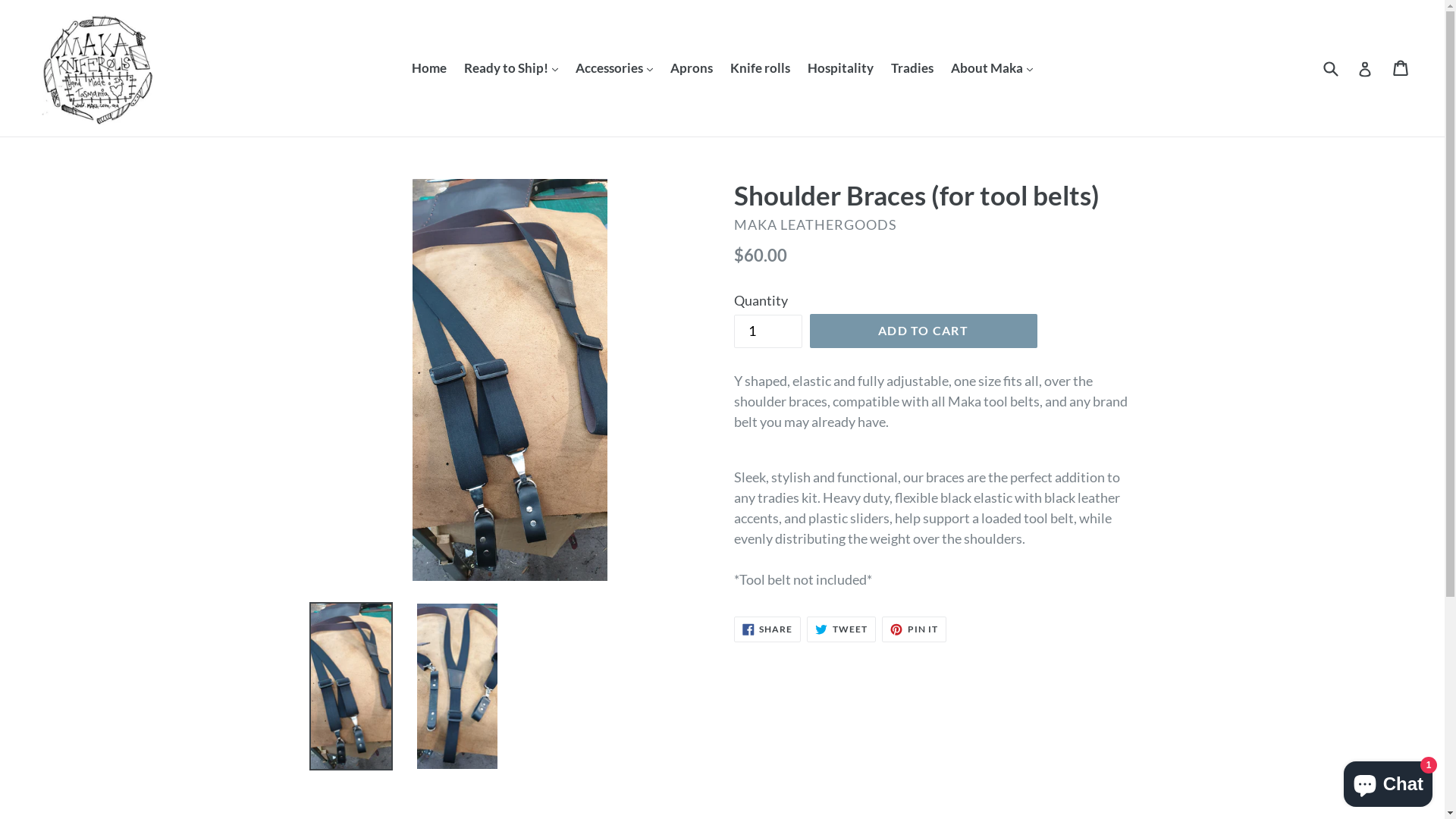  Describe the element at coordinates (760, 67) in the screenshot. I see `'Knife rolls'` at that location.